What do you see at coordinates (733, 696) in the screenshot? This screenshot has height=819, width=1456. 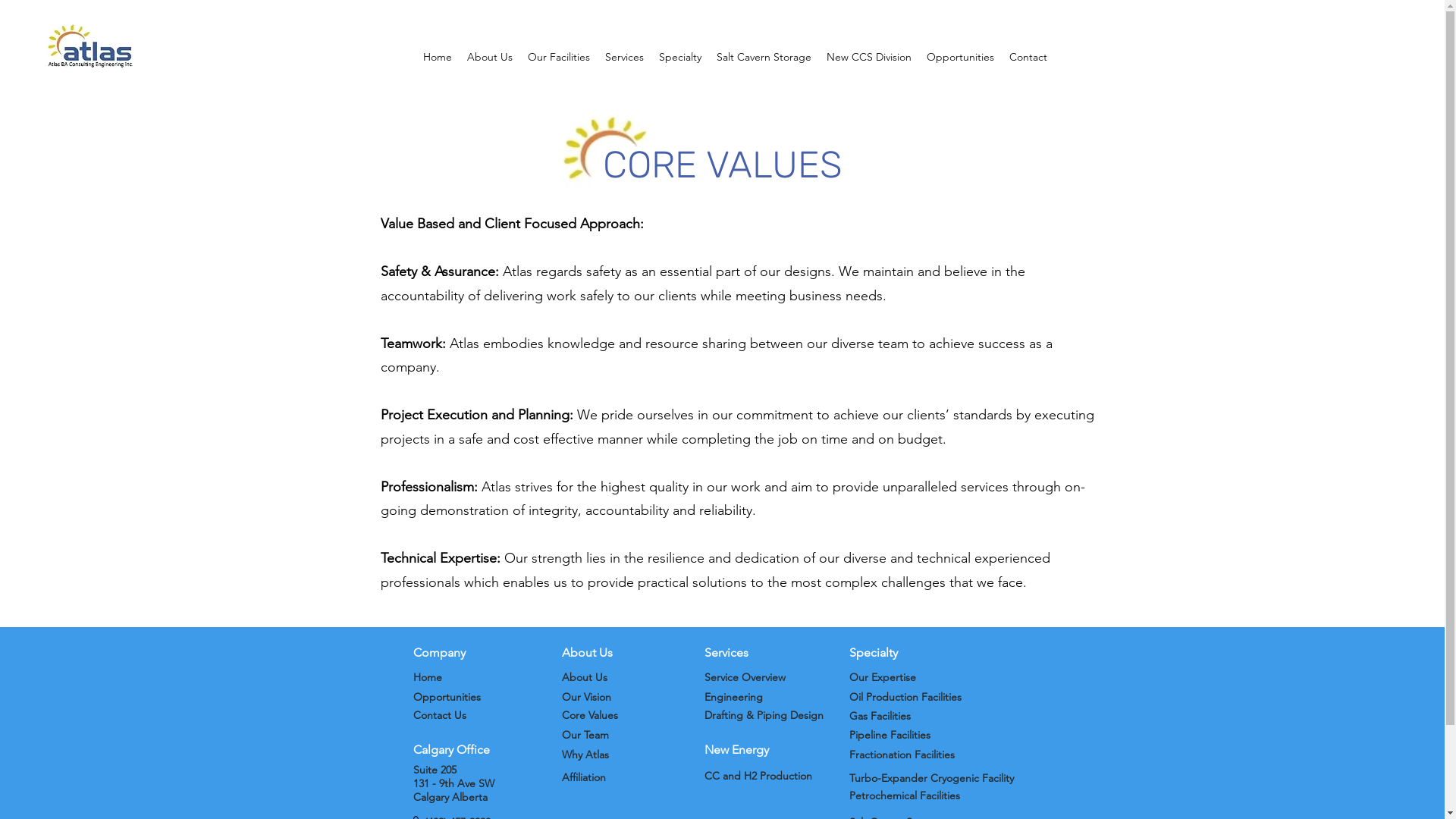 I see `'Engineering'` at bounding box center [733, 696].